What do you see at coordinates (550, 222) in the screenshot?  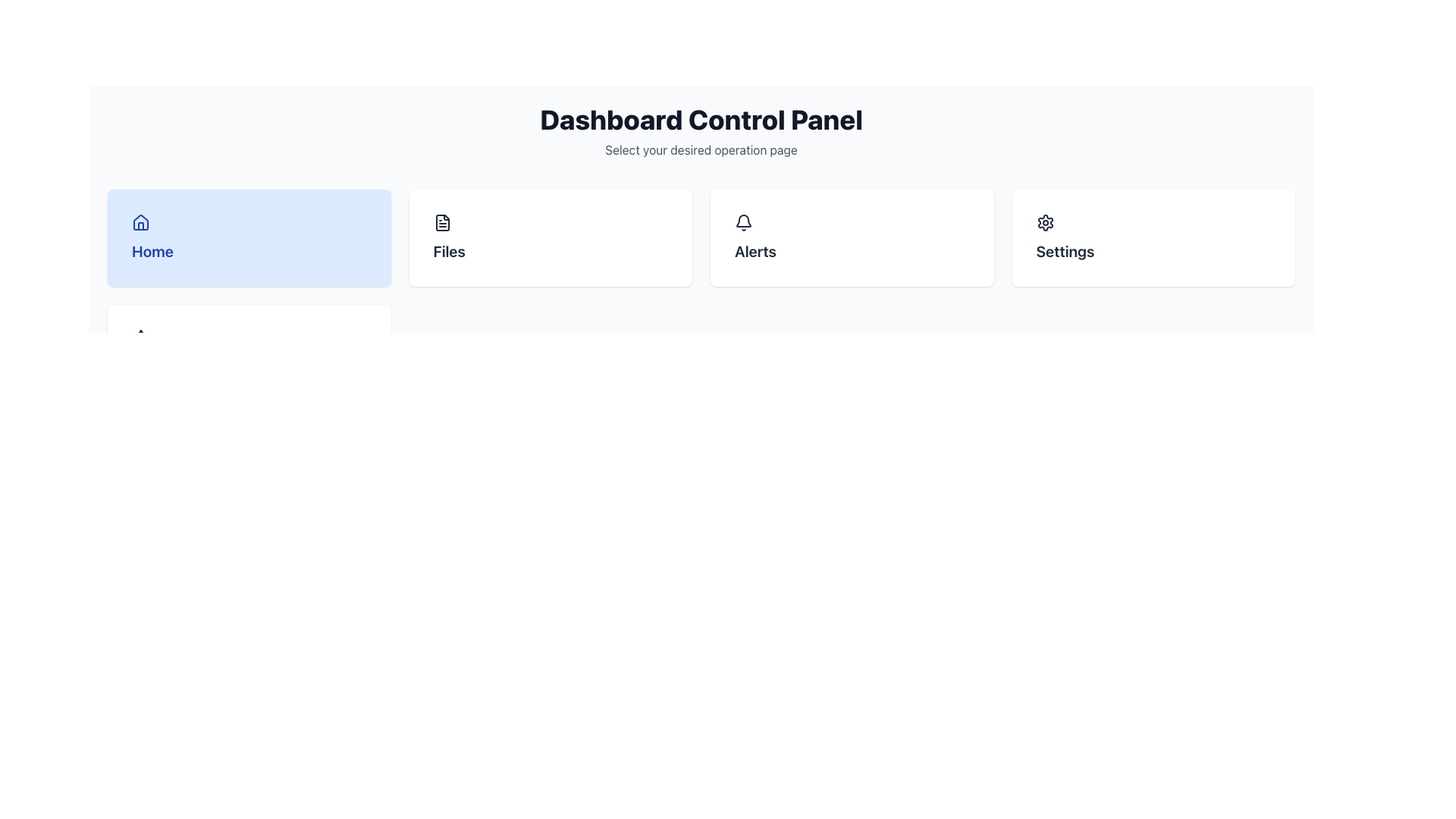 I see `the icon representing files located in the top section of the 'Files' card, which is the second card in the row of interactive panels under the 'Dashboard Control Panel'` at bounding box center [550, 222].